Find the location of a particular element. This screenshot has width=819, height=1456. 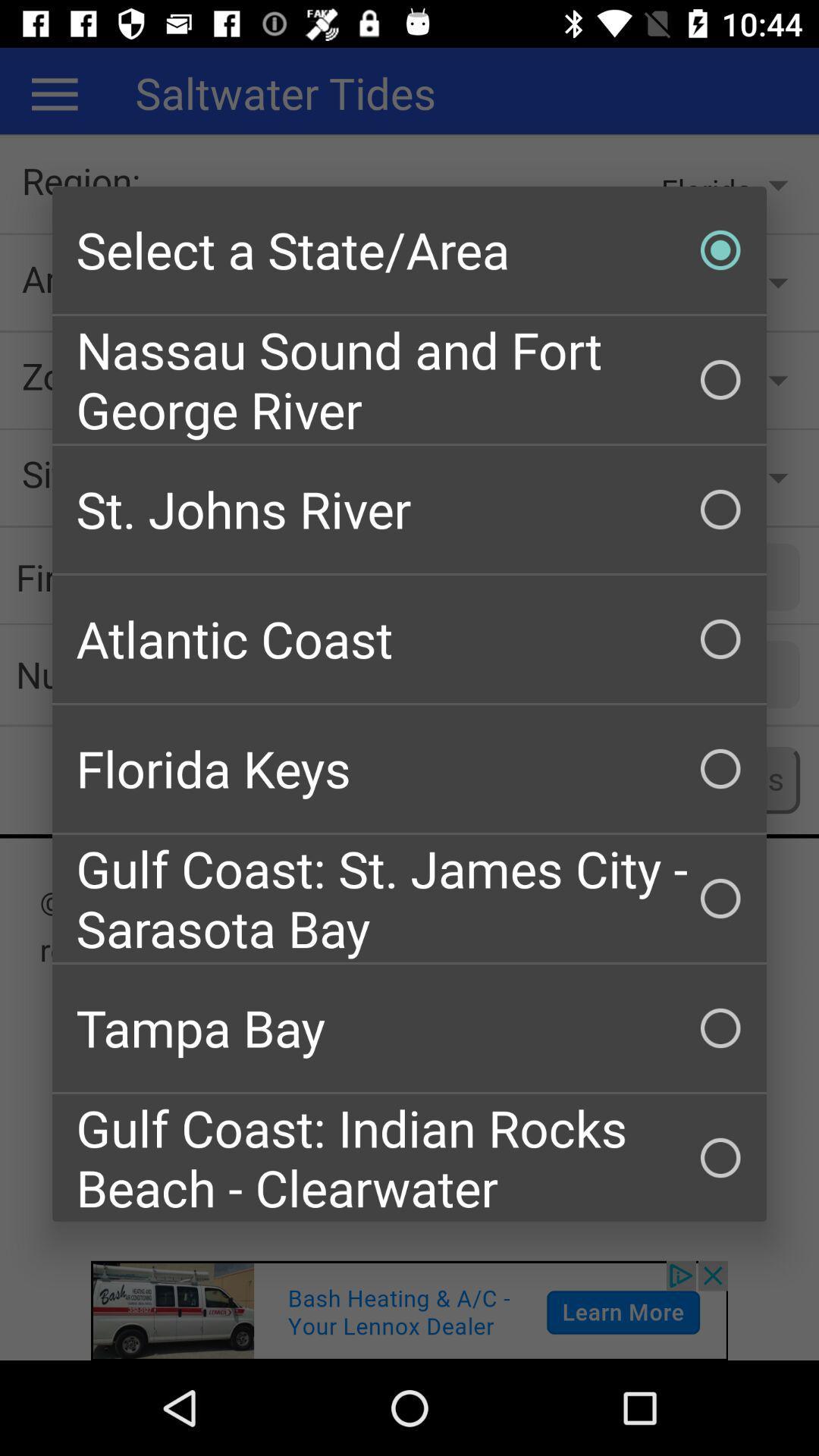

nassau sound and item is located at coordinates (409, 379).